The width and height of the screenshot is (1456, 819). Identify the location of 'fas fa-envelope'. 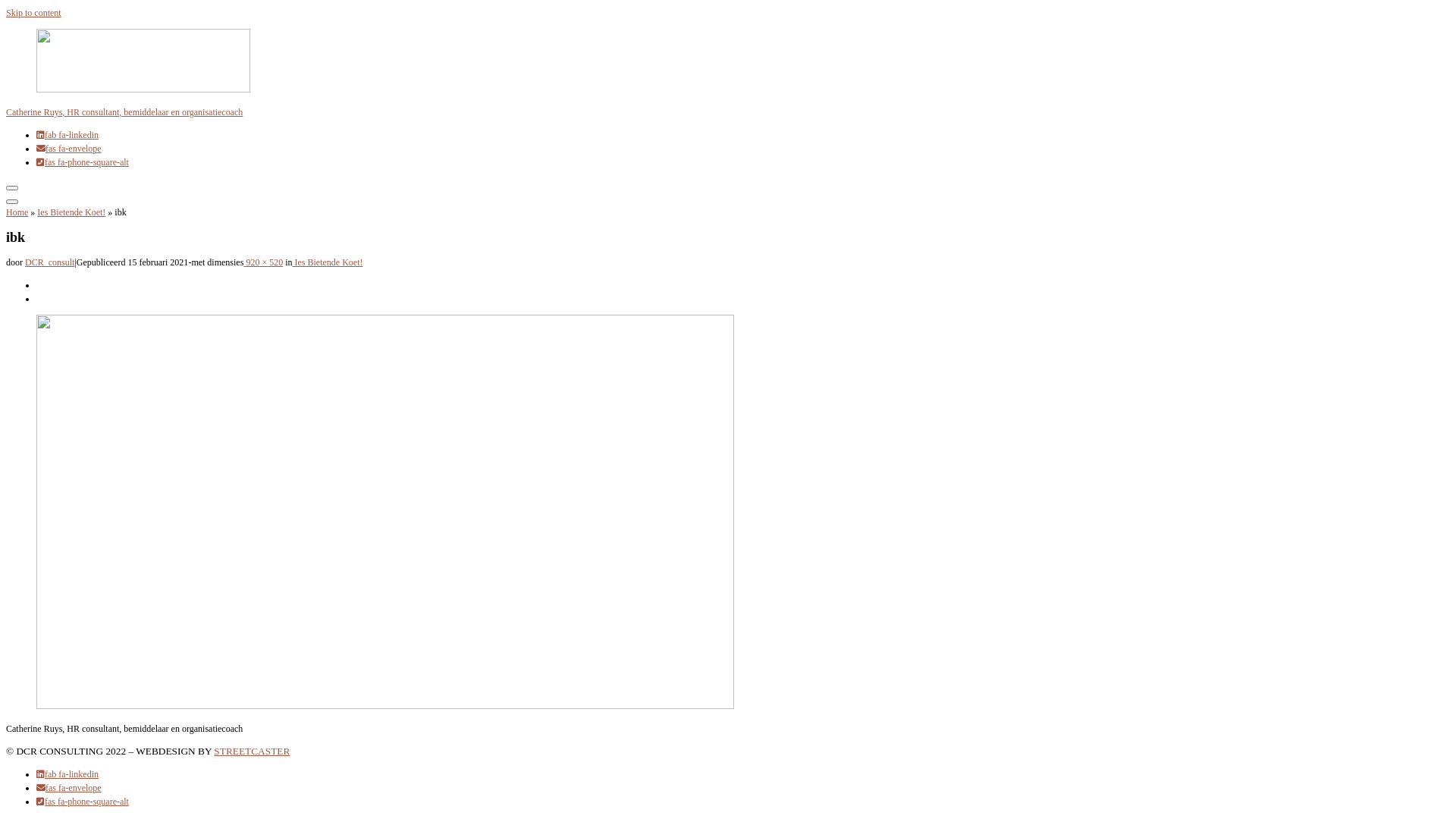
(68, 149).